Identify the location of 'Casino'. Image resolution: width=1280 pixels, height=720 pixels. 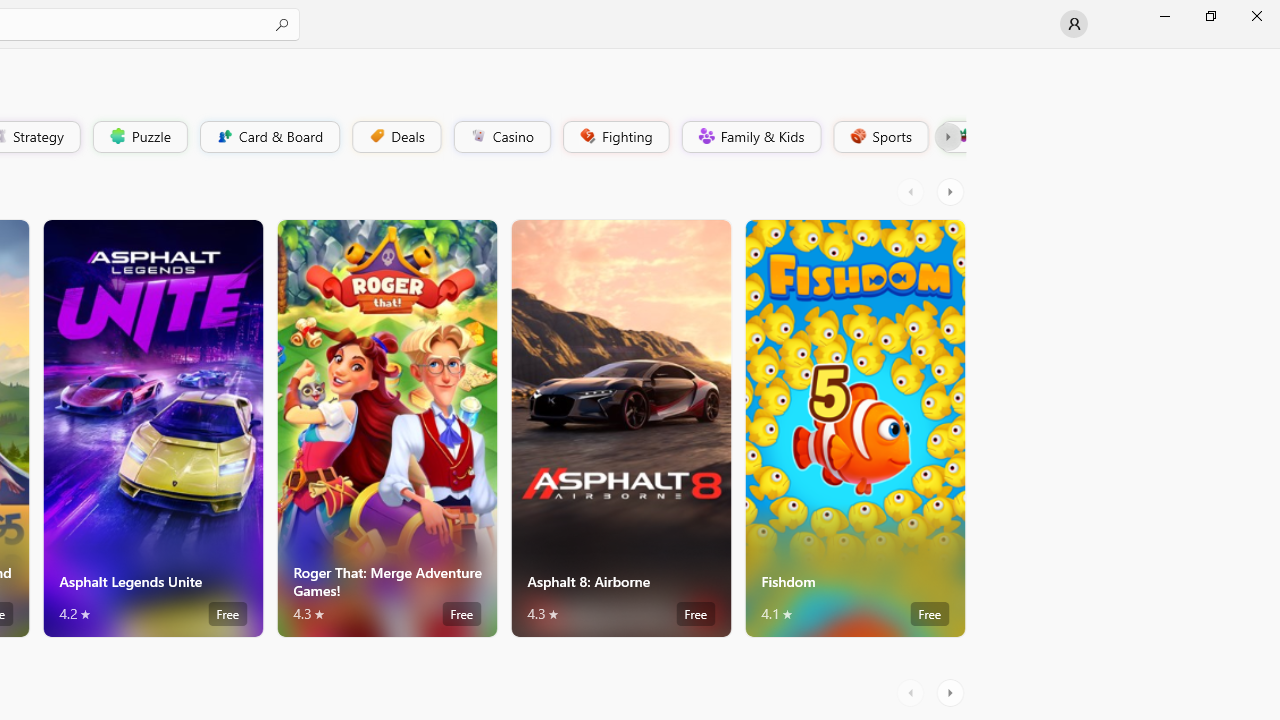
(501, 135).